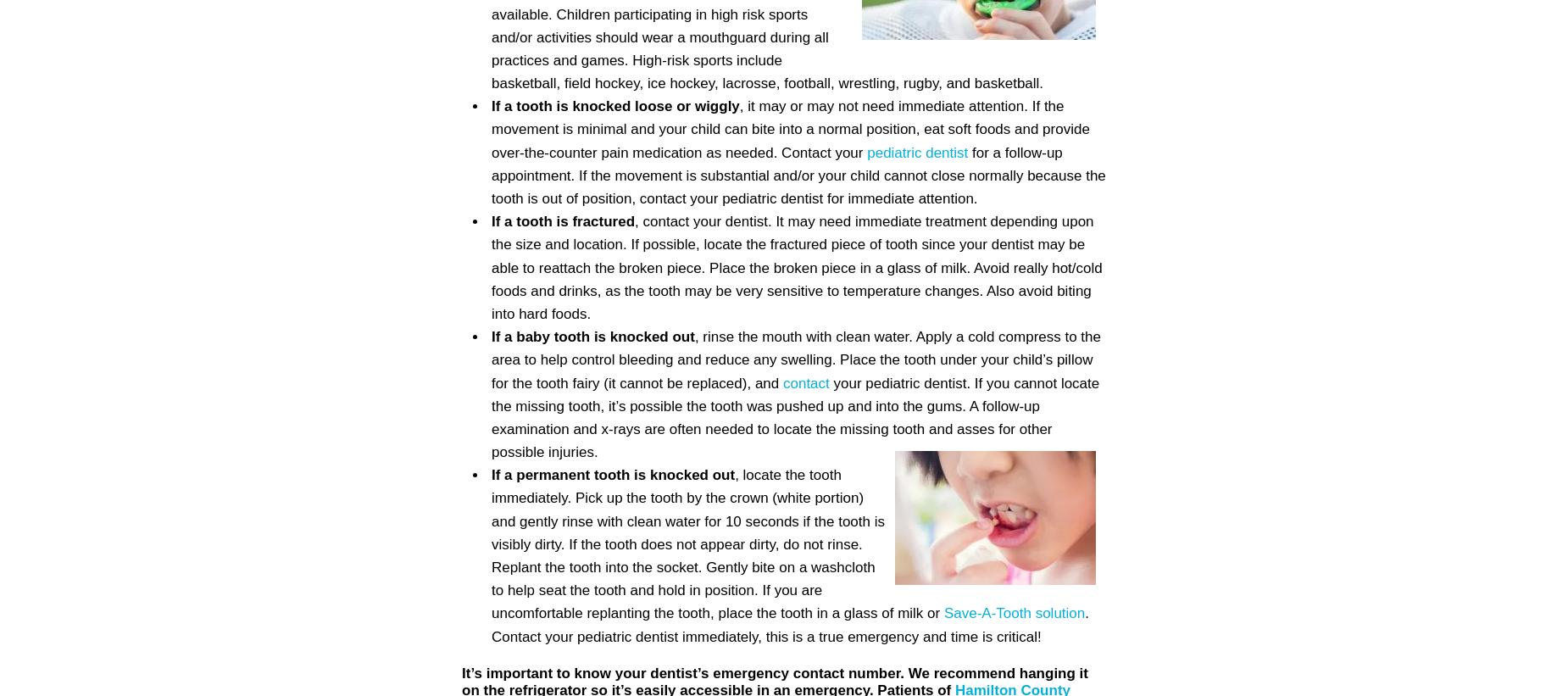 The image size is (1568, 696). I want to click on 'If a baby tooth is knocked out', so click(592, 336).